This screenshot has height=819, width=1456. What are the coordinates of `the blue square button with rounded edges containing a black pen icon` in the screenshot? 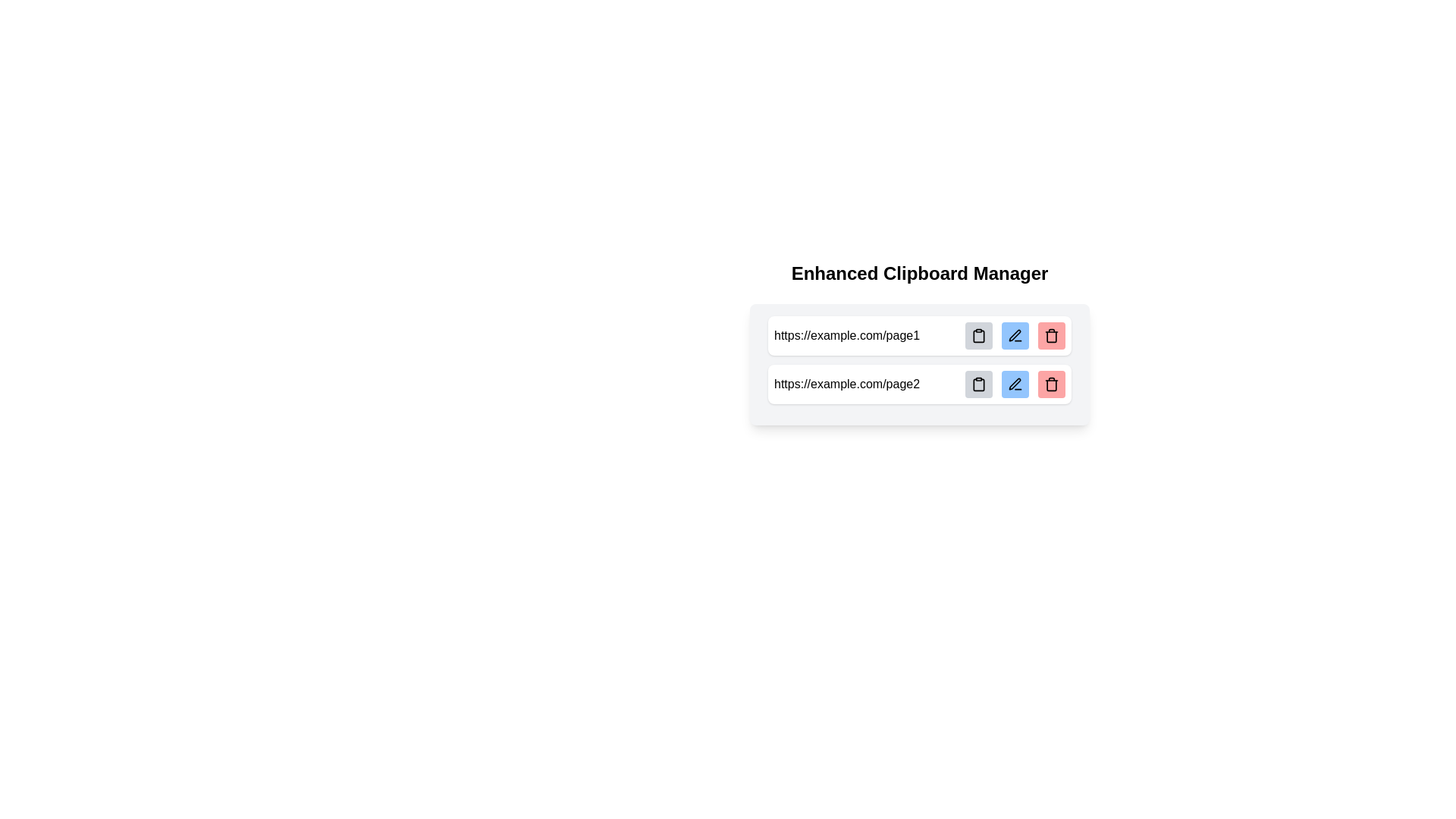 It's located at (1015, 383).